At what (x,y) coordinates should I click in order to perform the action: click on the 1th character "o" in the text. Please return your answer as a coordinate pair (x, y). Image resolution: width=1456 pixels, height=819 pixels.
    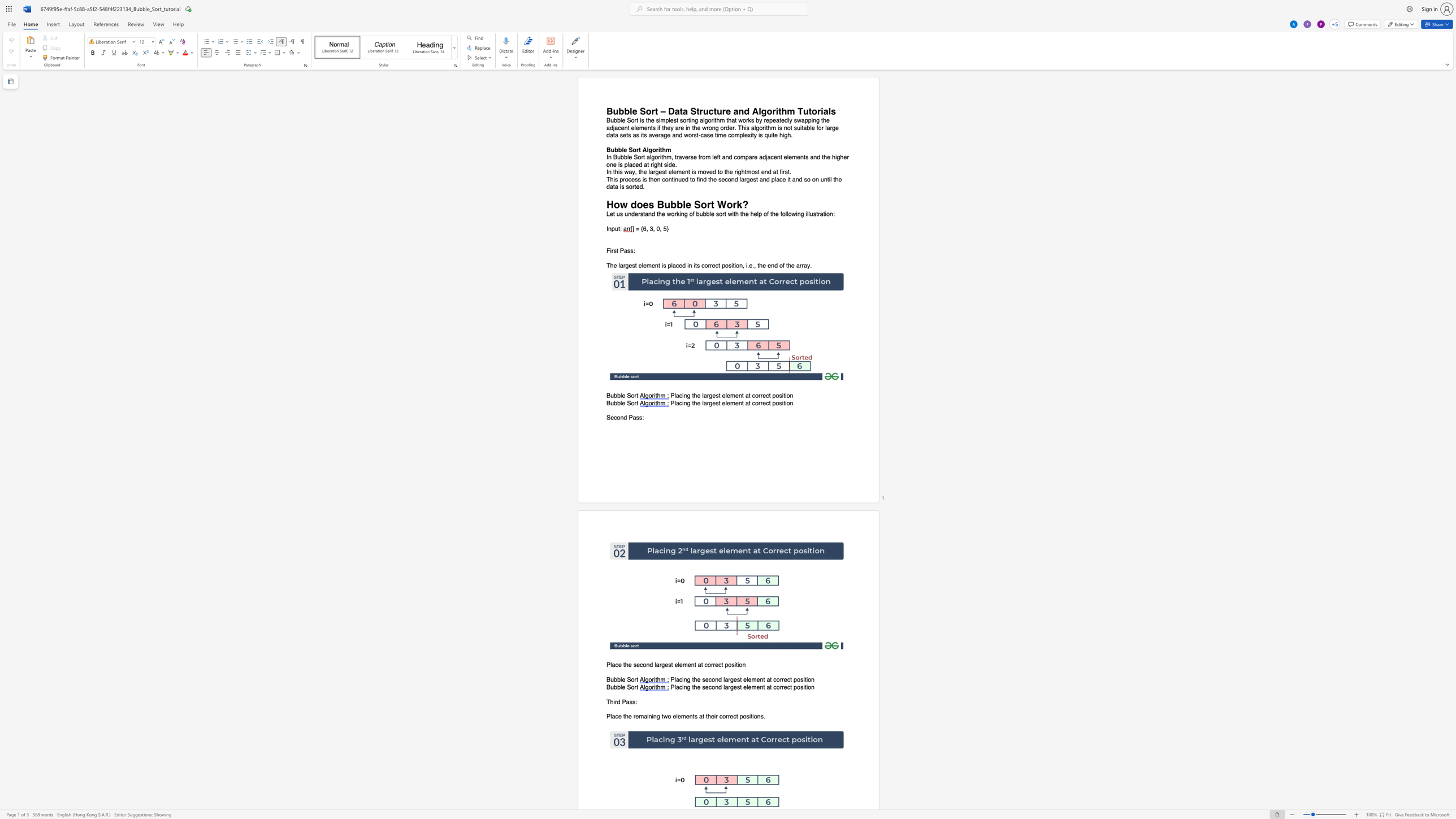
    Looking at the image, I should click on (632, 396).